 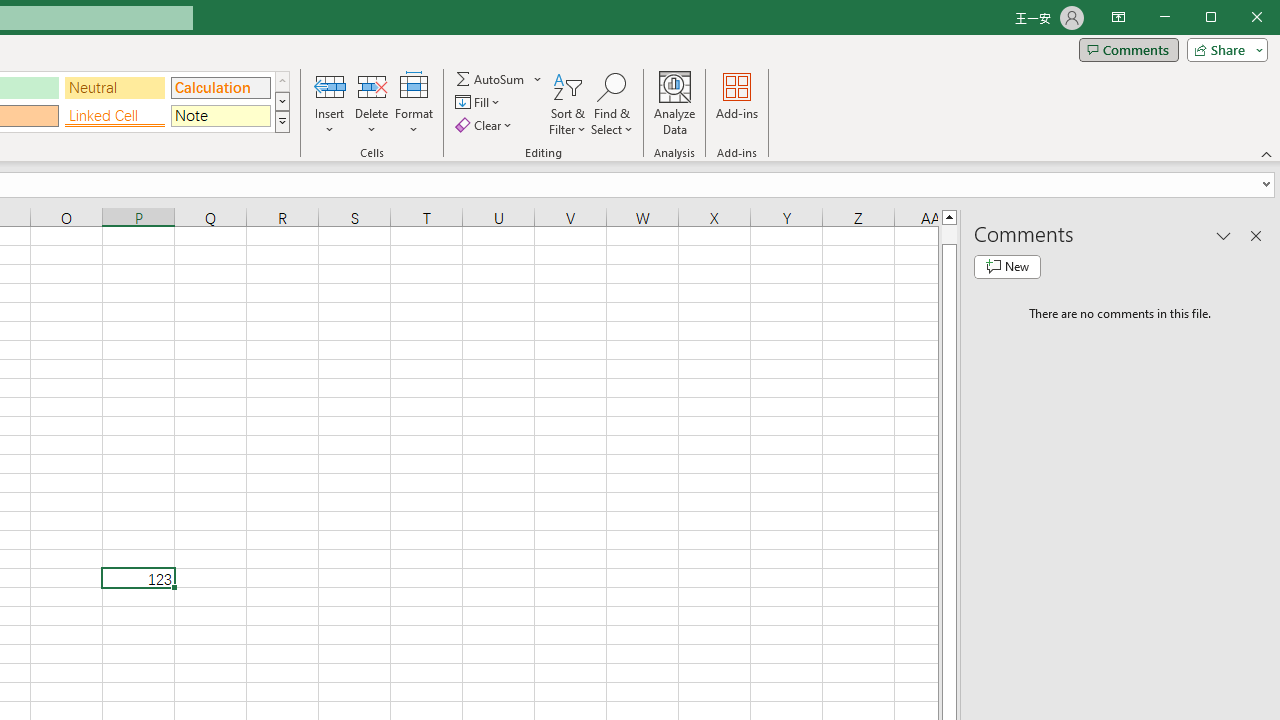 What do you see at coordinates (220, 87) in the screenshot?
I see `'Calculation'` at bounding box center [220, 87].